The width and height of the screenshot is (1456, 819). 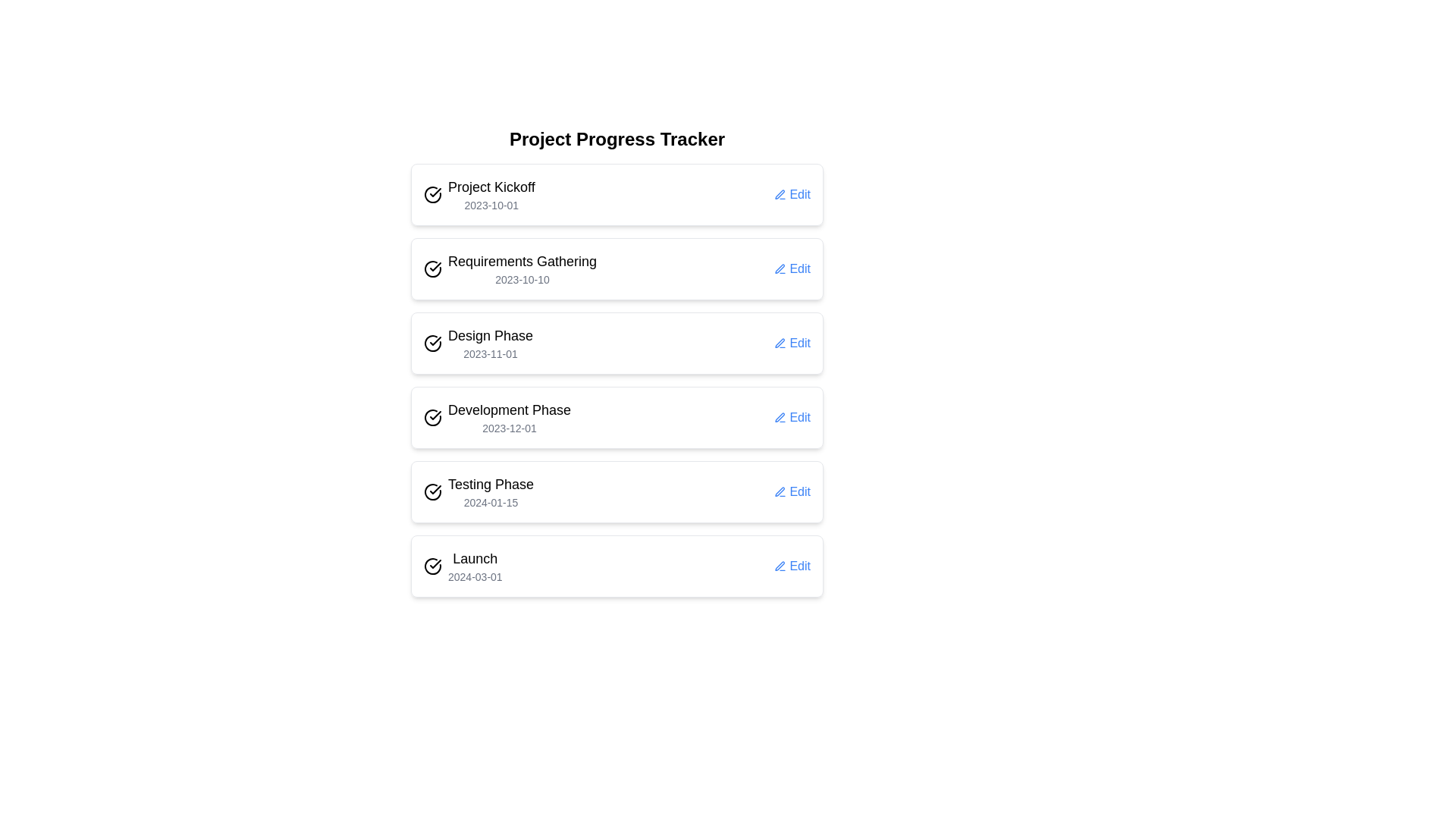 What do you see at coordinates (522, 280) in the screenshot?
I see `text label displaying '2023-10-10', which is styled in small gray typography and located below 'Requirements Gathering' within the second card of the 'Project Progress Tracker'` at bounding box center [522, 280].